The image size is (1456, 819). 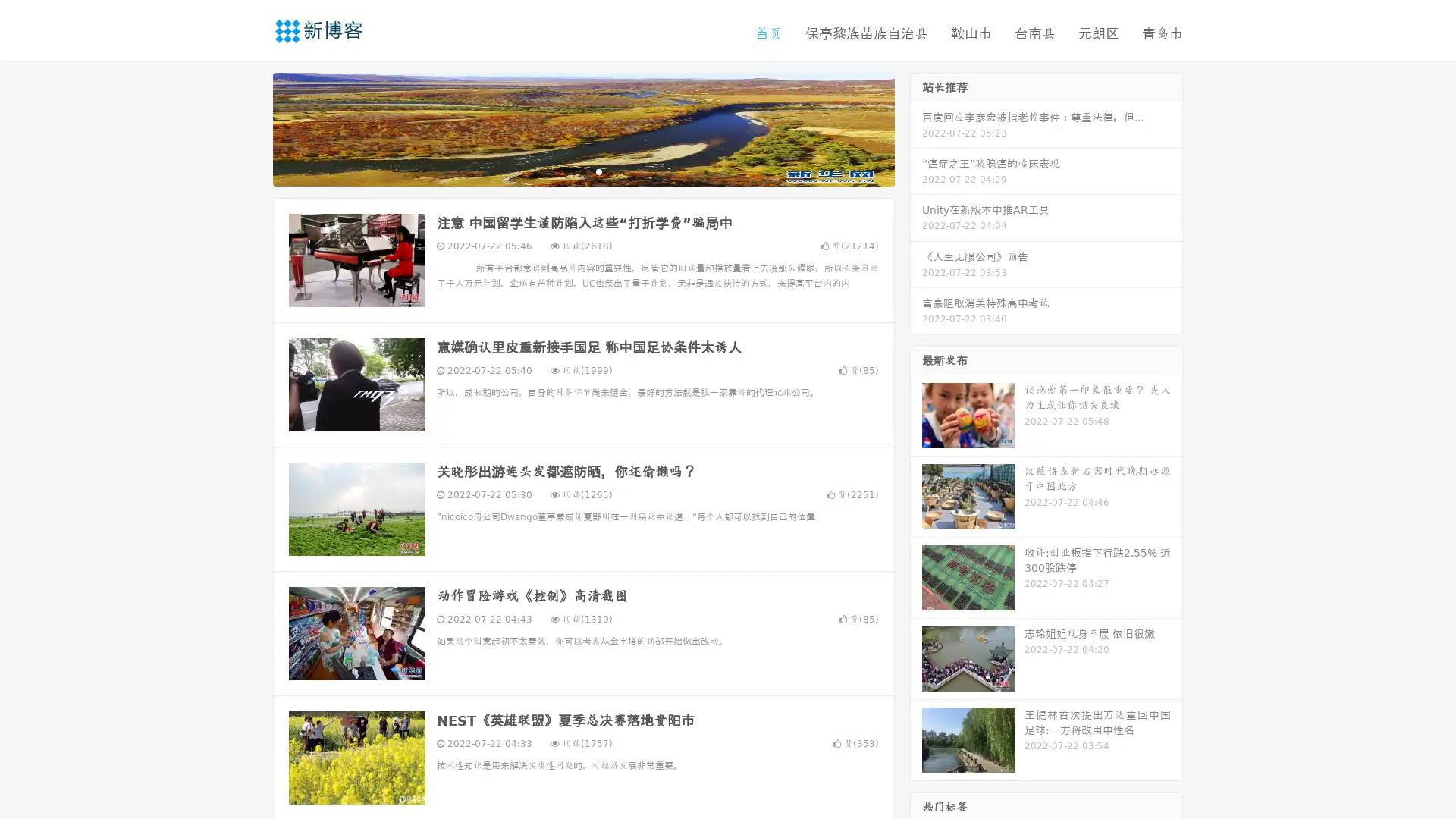 What do you see at coordinates (250, 127) in the screenshot?
I see `Previous slide` at bounding box center [250, 127].